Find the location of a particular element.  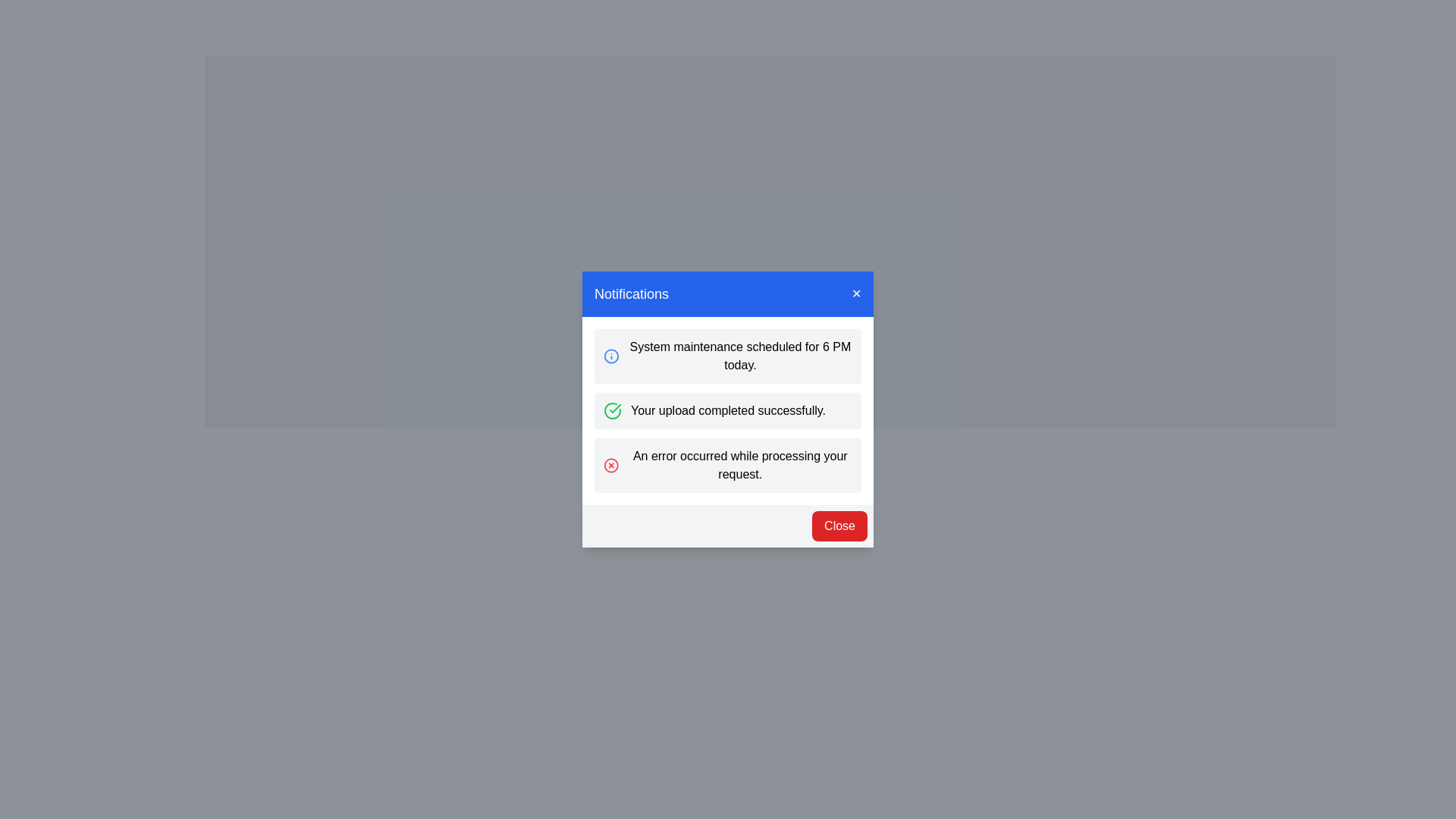

the icon associated with the notification type Info is located at coordinates (611, 356).